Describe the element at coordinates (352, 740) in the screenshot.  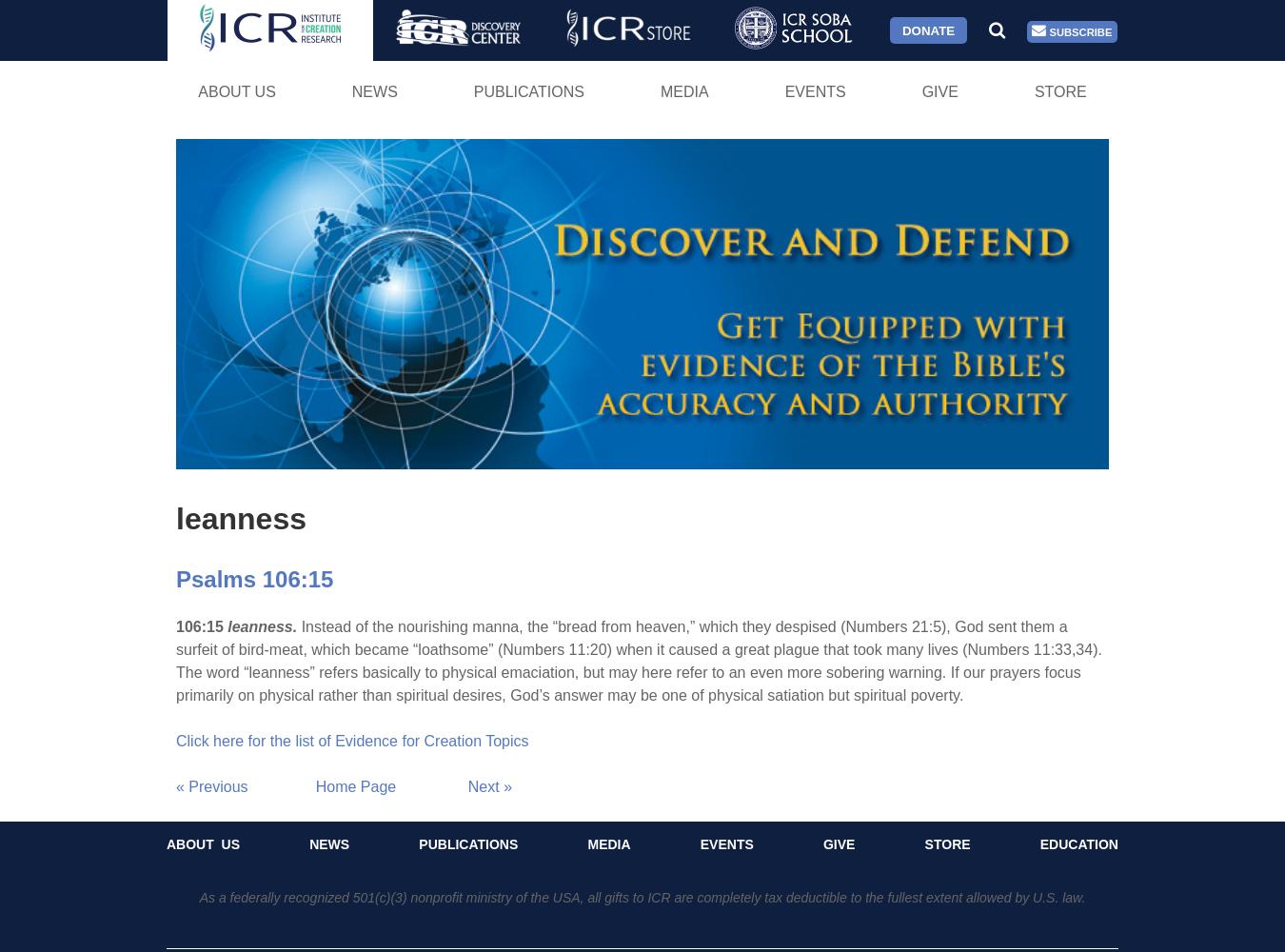
I see `'Click here for the list of Evidence for Creation Topics'` at that location.